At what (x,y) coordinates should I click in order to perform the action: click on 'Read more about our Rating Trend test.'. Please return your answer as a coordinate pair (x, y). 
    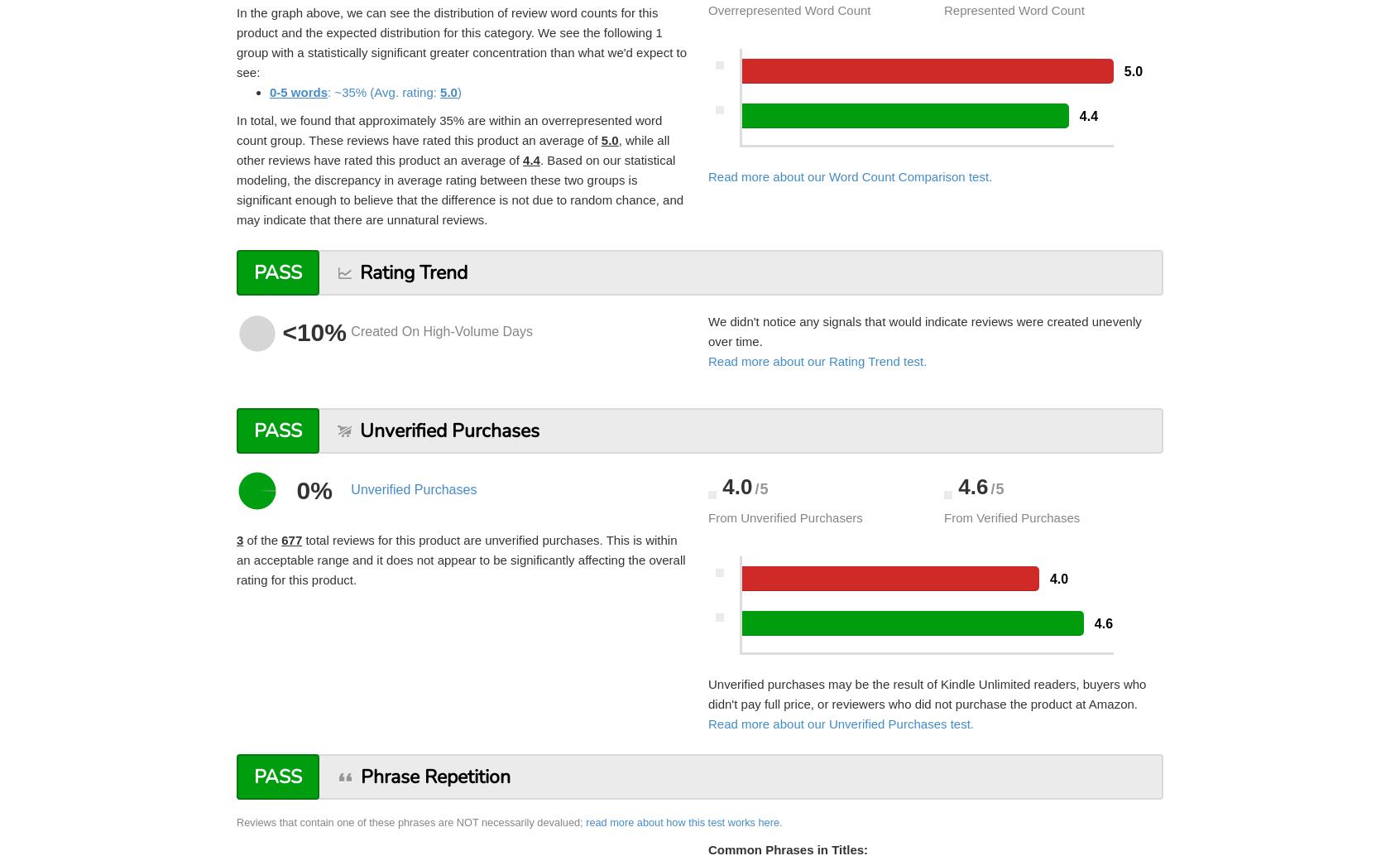
    Looking at the image, I should click on (817, 359).